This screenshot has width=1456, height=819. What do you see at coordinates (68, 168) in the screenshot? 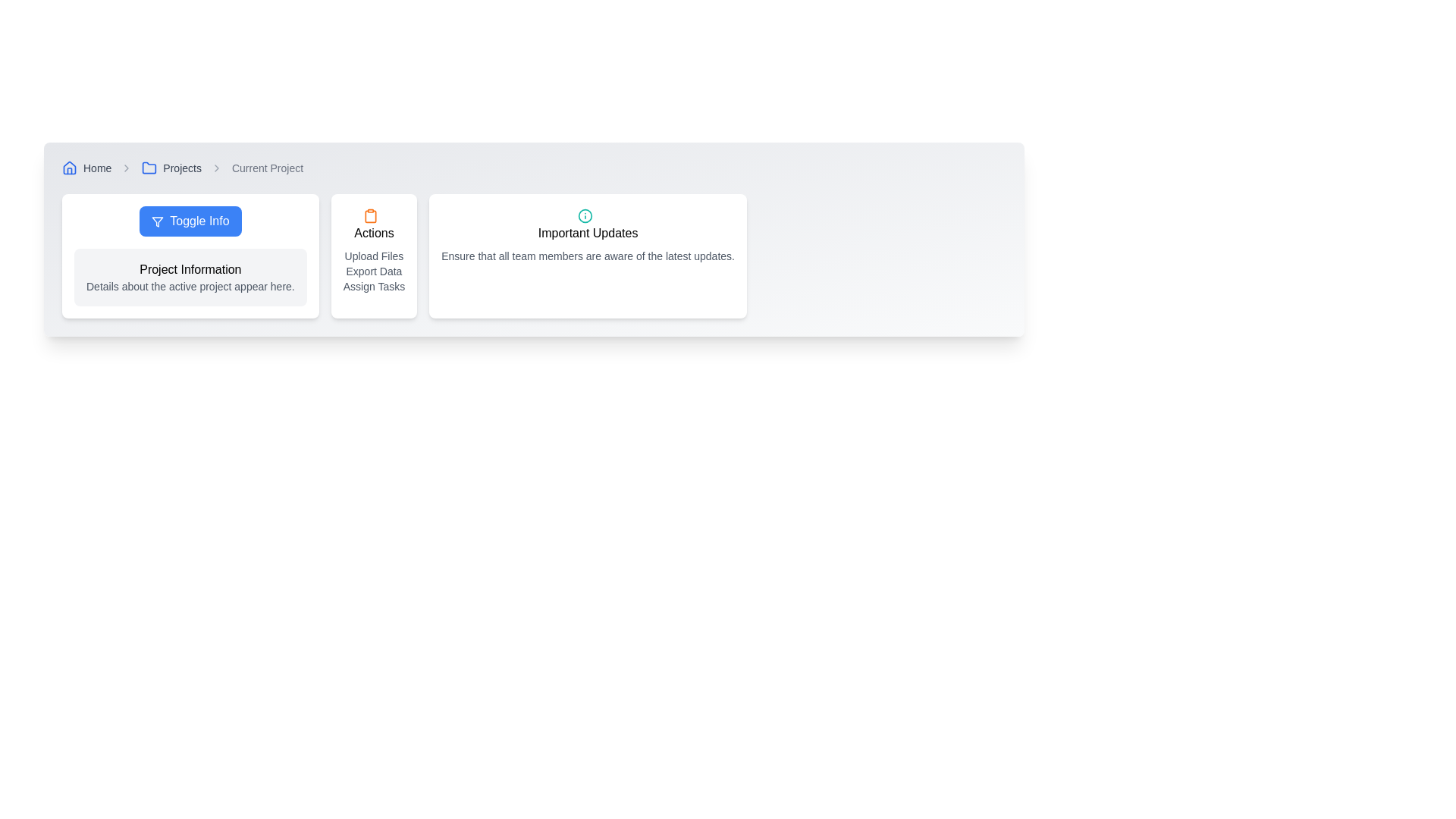
I see `the 'Home' icon located in the breadcrumb navigation bar, which serves as a visual identifier for the 'Home' link` at bounding box center [68, 168].